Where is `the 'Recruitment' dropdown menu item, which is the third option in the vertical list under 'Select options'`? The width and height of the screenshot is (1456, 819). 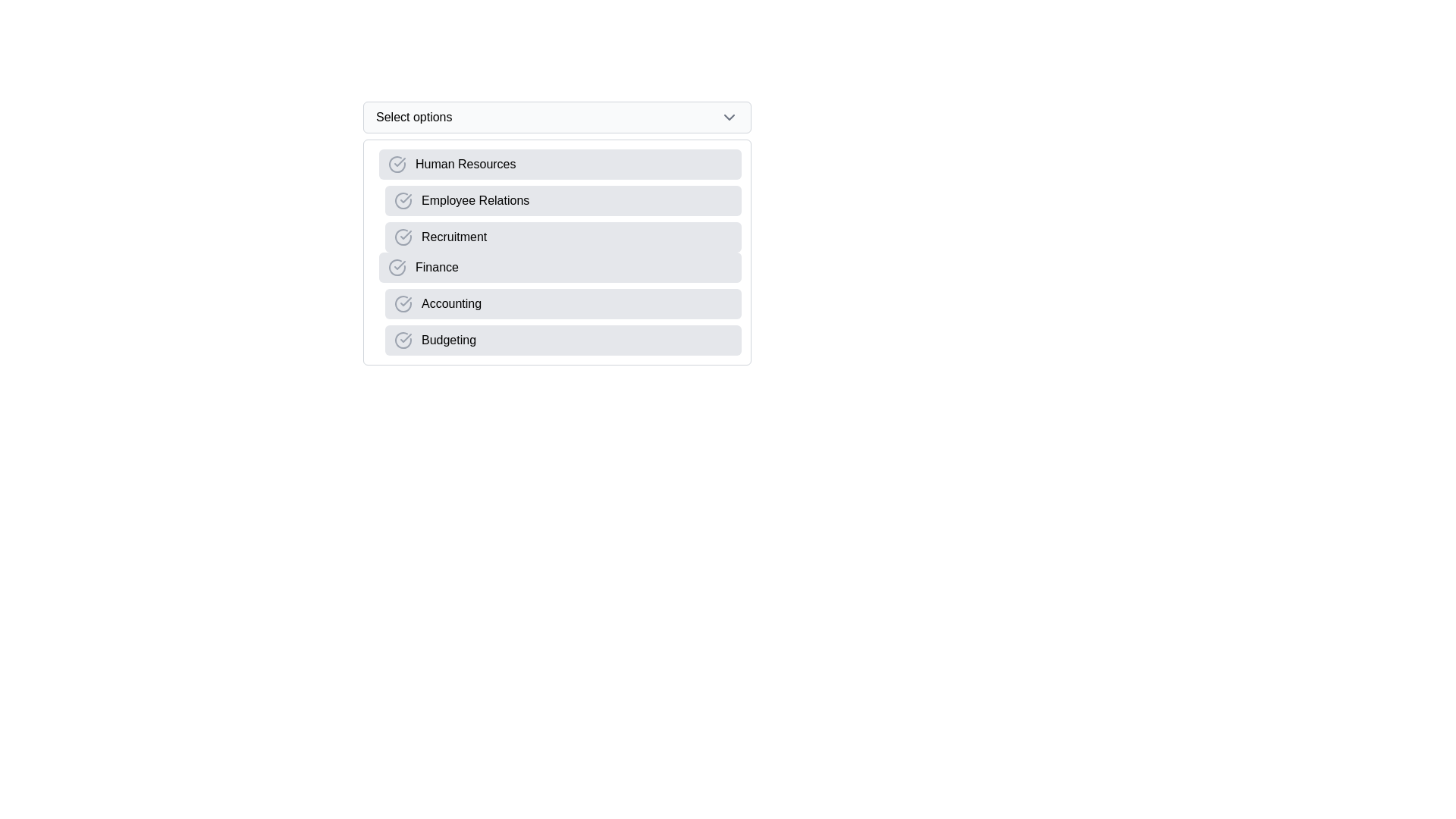
the 'Recruitment' dropdown menu item, which is the third option in the vertical list under 'Select options' is located at coordinates (563, 237).